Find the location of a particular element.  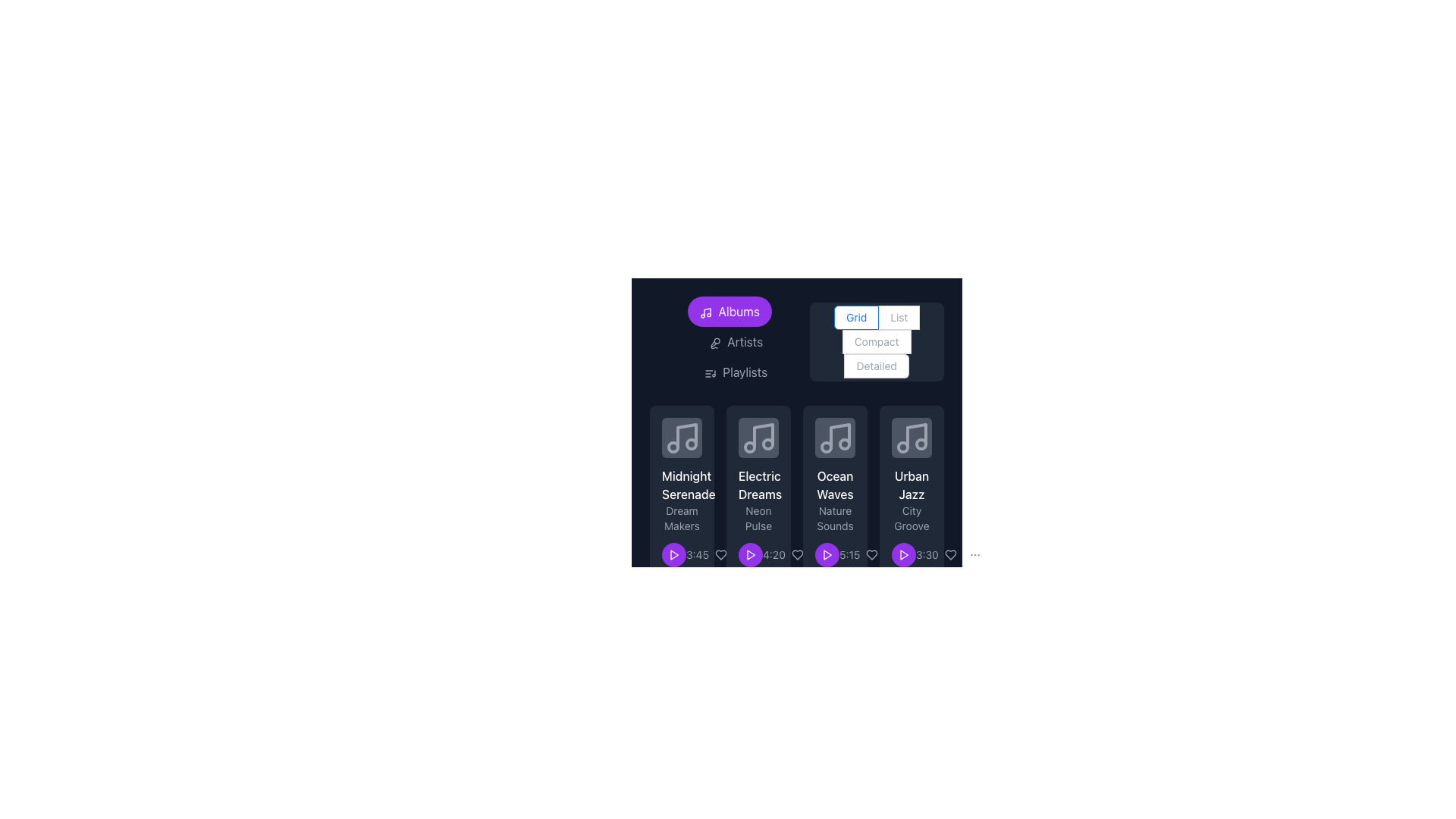

the leftmost circular detail of the musical note icon in the album card labeled 'Midnight Serenade' is located at coordinates (672, 446).